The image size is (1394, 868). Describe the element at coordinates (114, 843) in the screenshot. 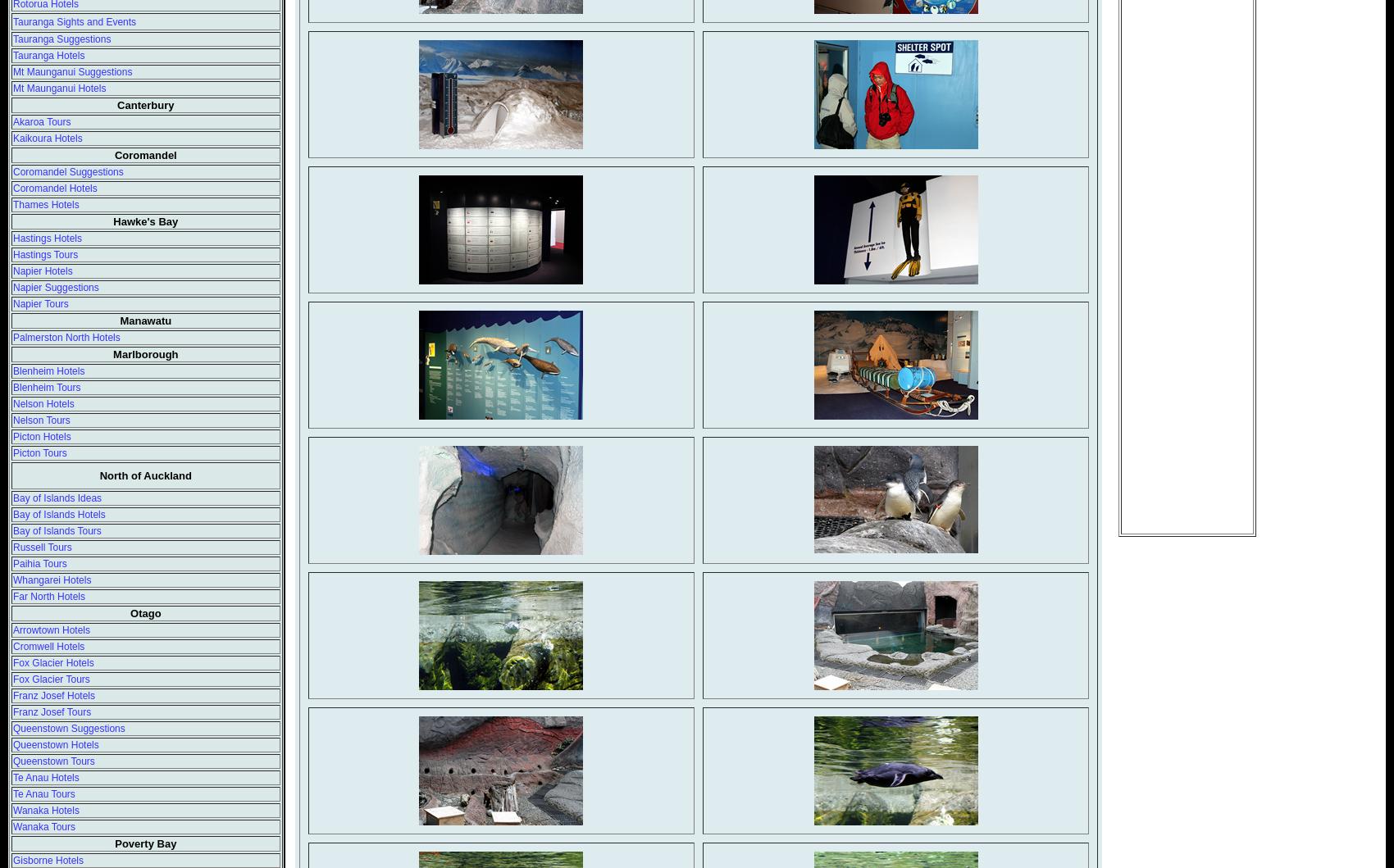

I see `'Poverty 
          Bay'` at that location.